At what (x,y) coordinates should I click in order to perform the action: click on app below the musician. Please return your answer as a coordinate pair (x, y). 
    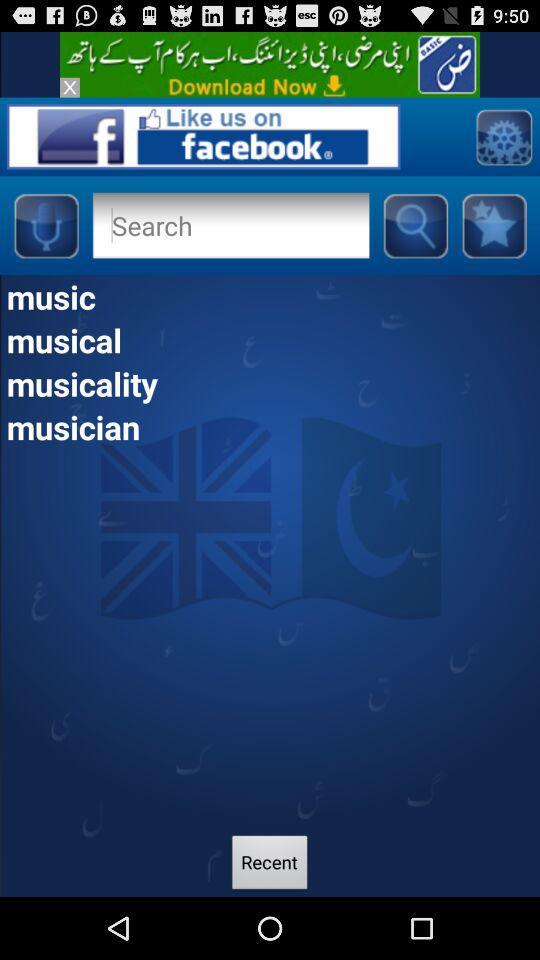
    Looking at the image, I should click on (270, 864).